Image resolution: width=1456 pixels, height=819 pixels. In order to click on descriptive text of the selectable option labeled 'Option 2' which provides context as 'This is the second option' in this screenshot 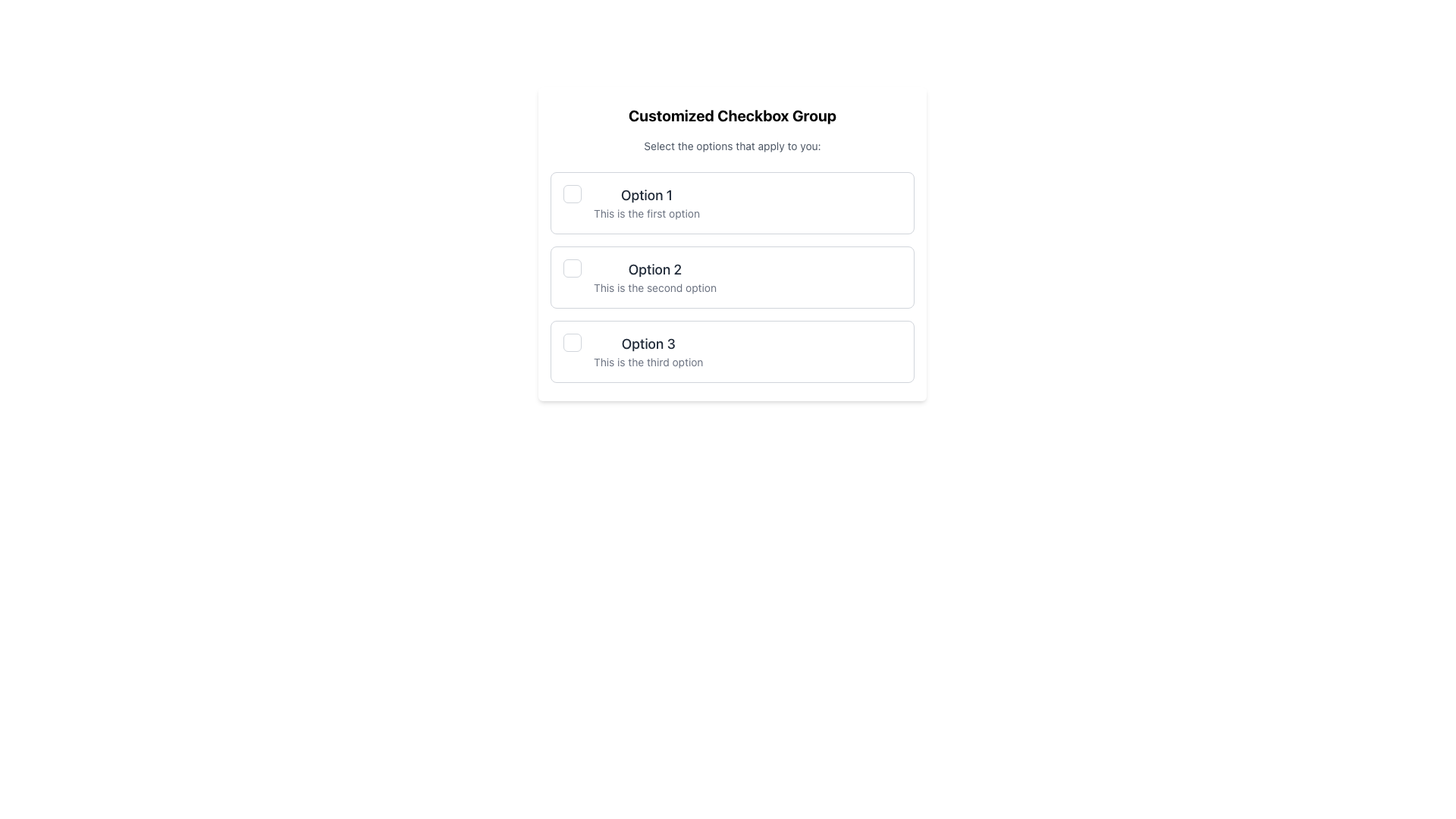, I will do `click(655, 278)`.